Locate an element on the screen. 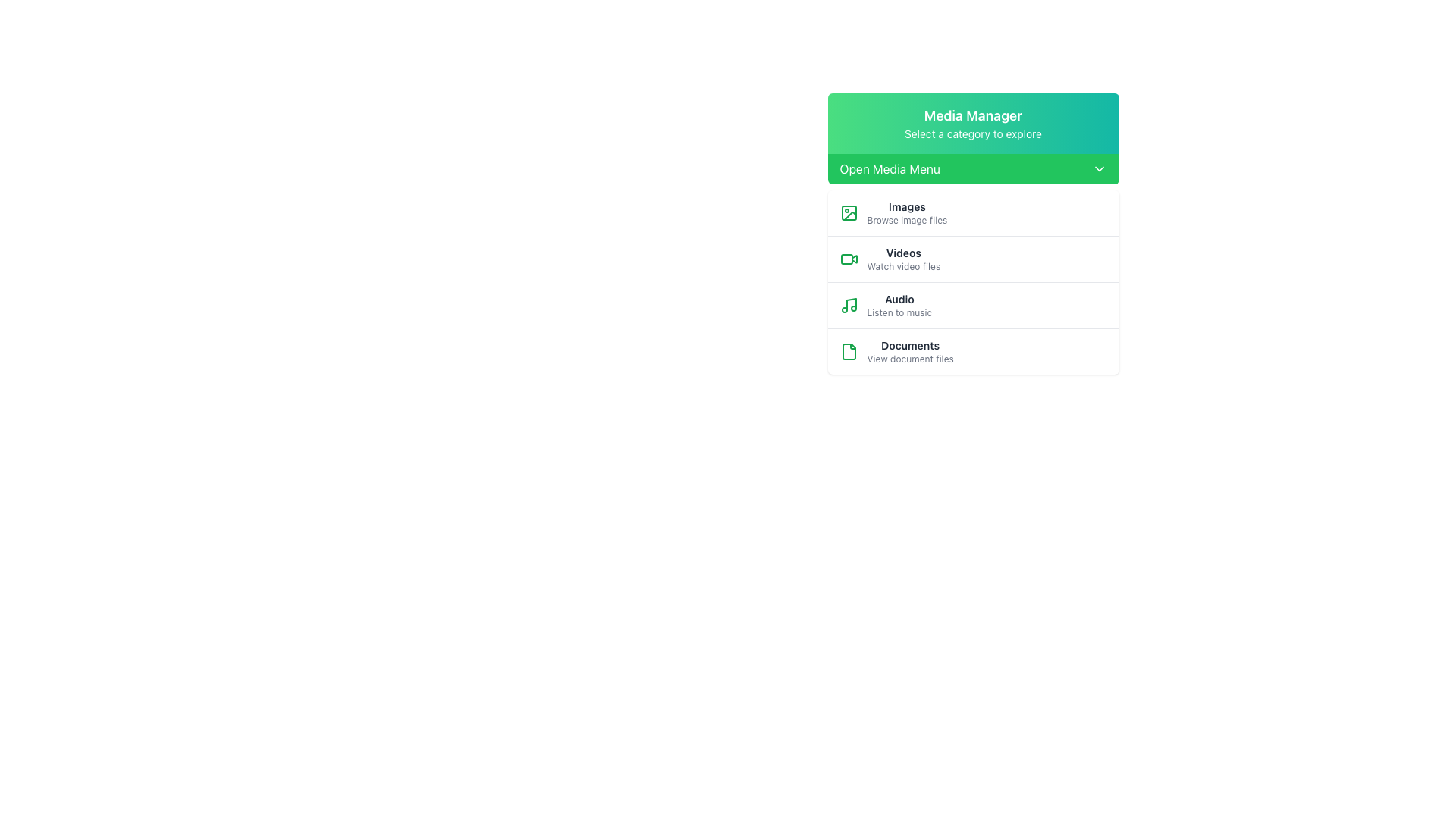 This screenshot has height=819, width=1456. the static text label that represents the image-related section, which is the first item in a sequence of labeled blocks in the navigation is located at coordinates (907, 207).